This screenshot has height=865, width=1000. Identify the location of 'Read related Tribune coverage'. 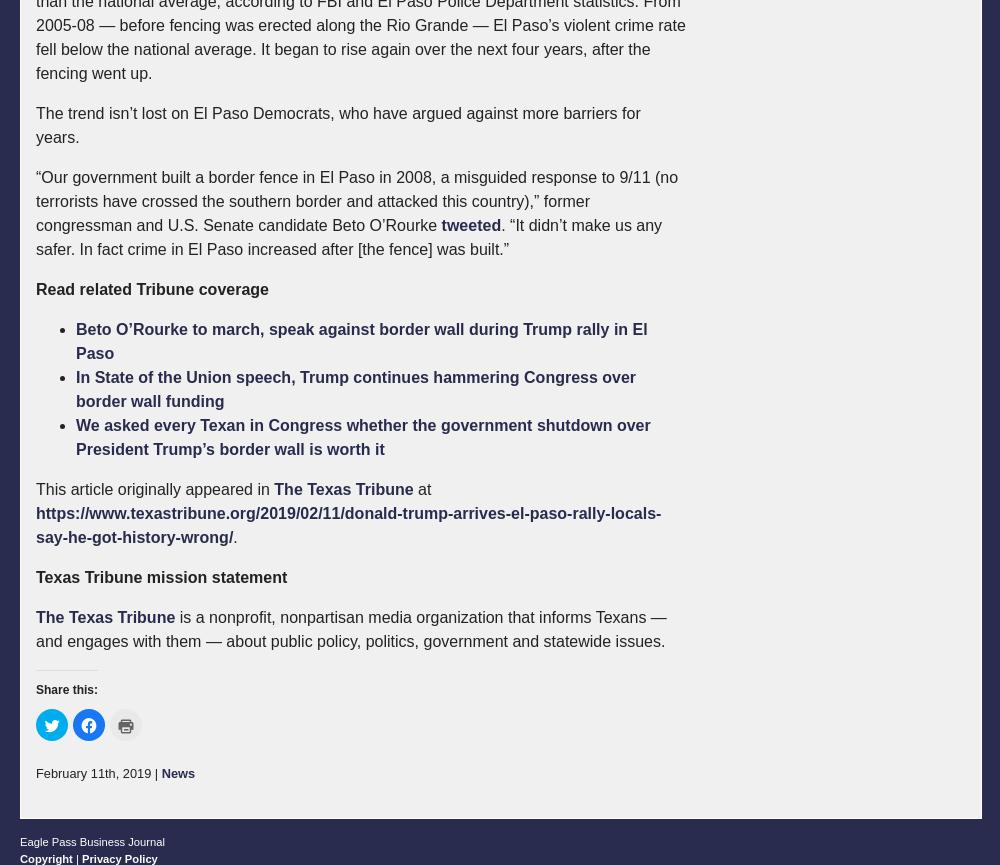
(152, 289).